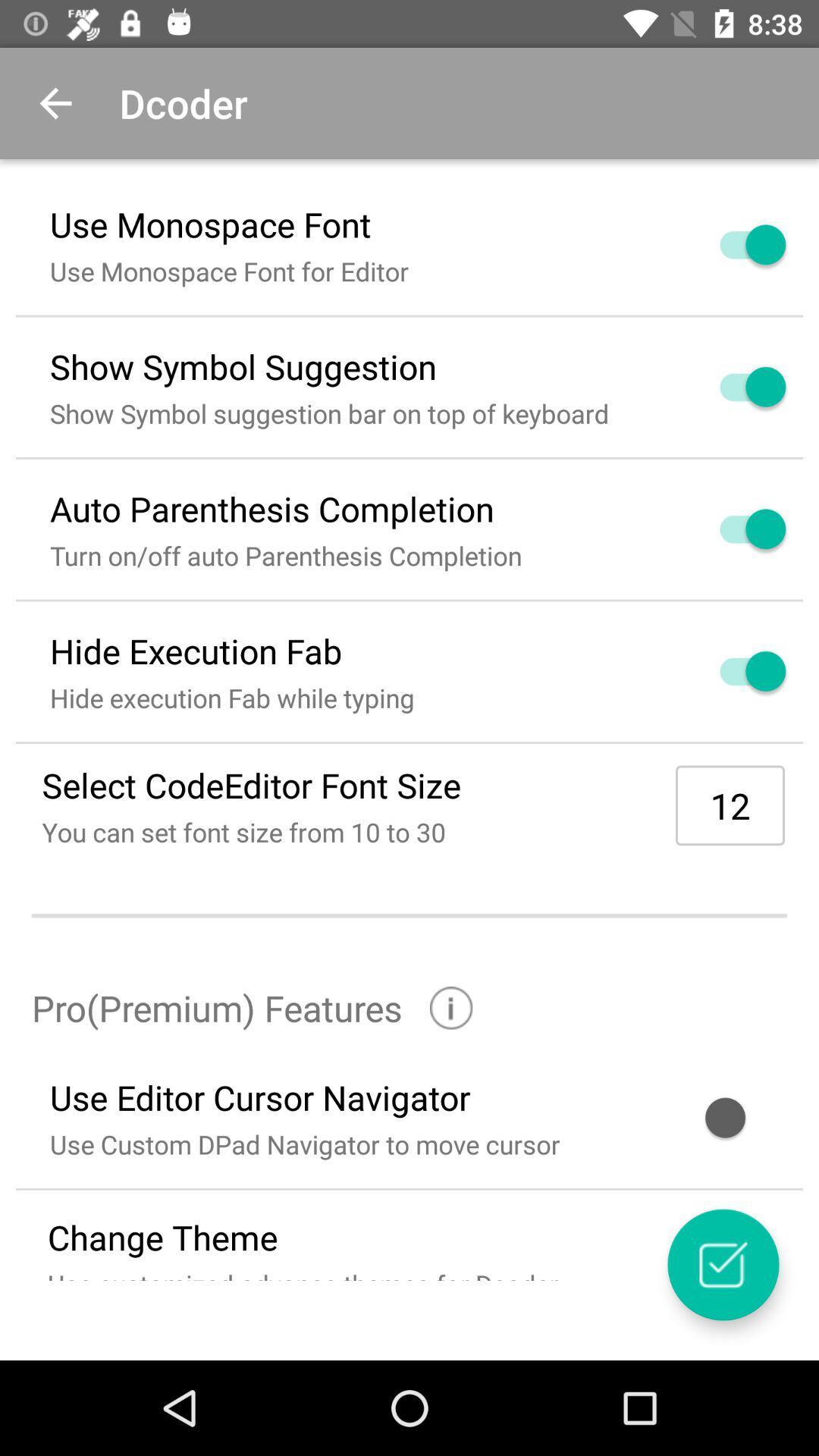 The height and width of the screenshot is (1456, 819). What do you see at coordinates (734, 244) in the screenshot?
I see `to on option` at bounding box center [734, 244].